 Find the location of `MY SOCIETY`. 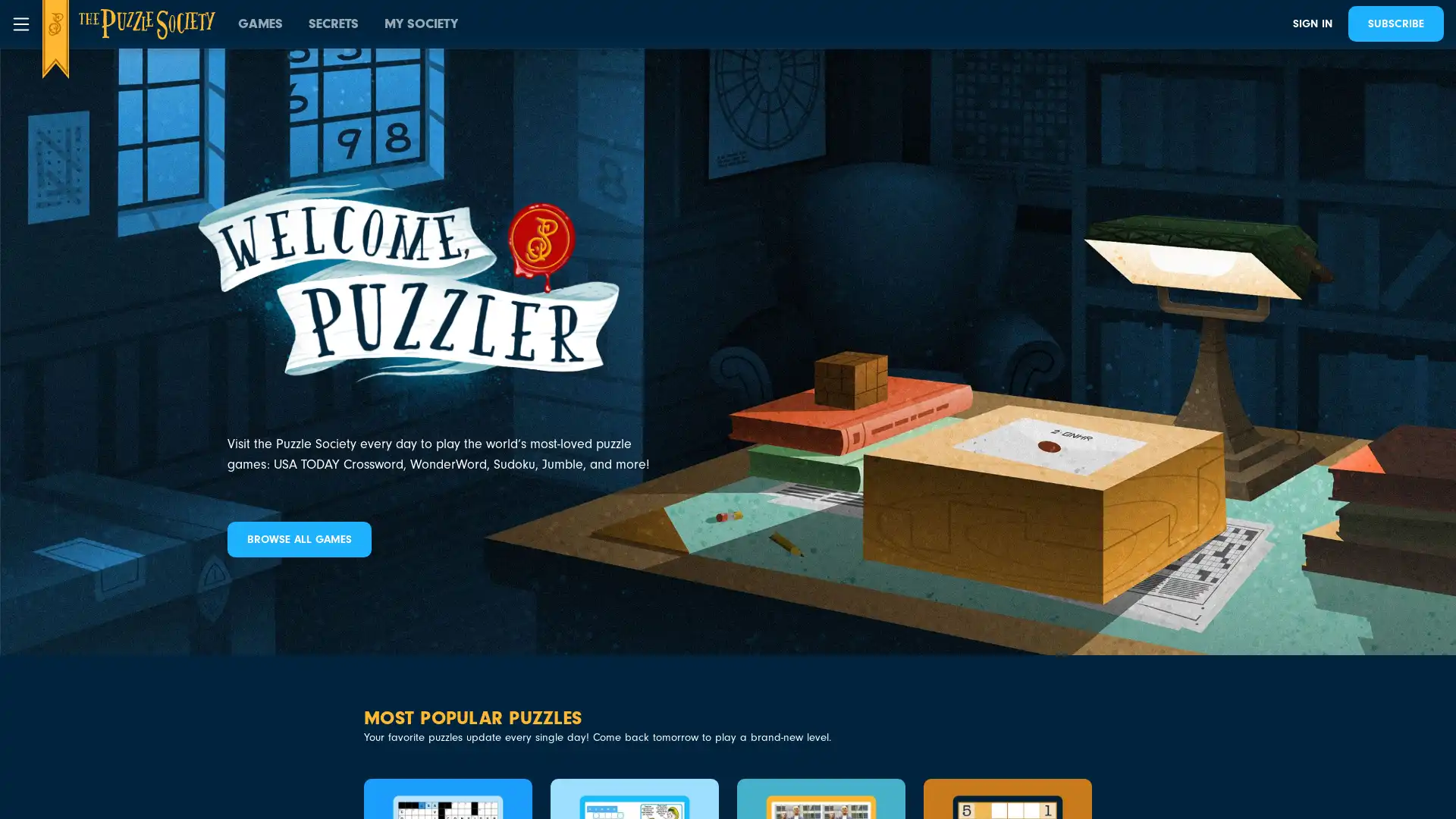

MY SOCIETY is located at coordinates (421, 24).